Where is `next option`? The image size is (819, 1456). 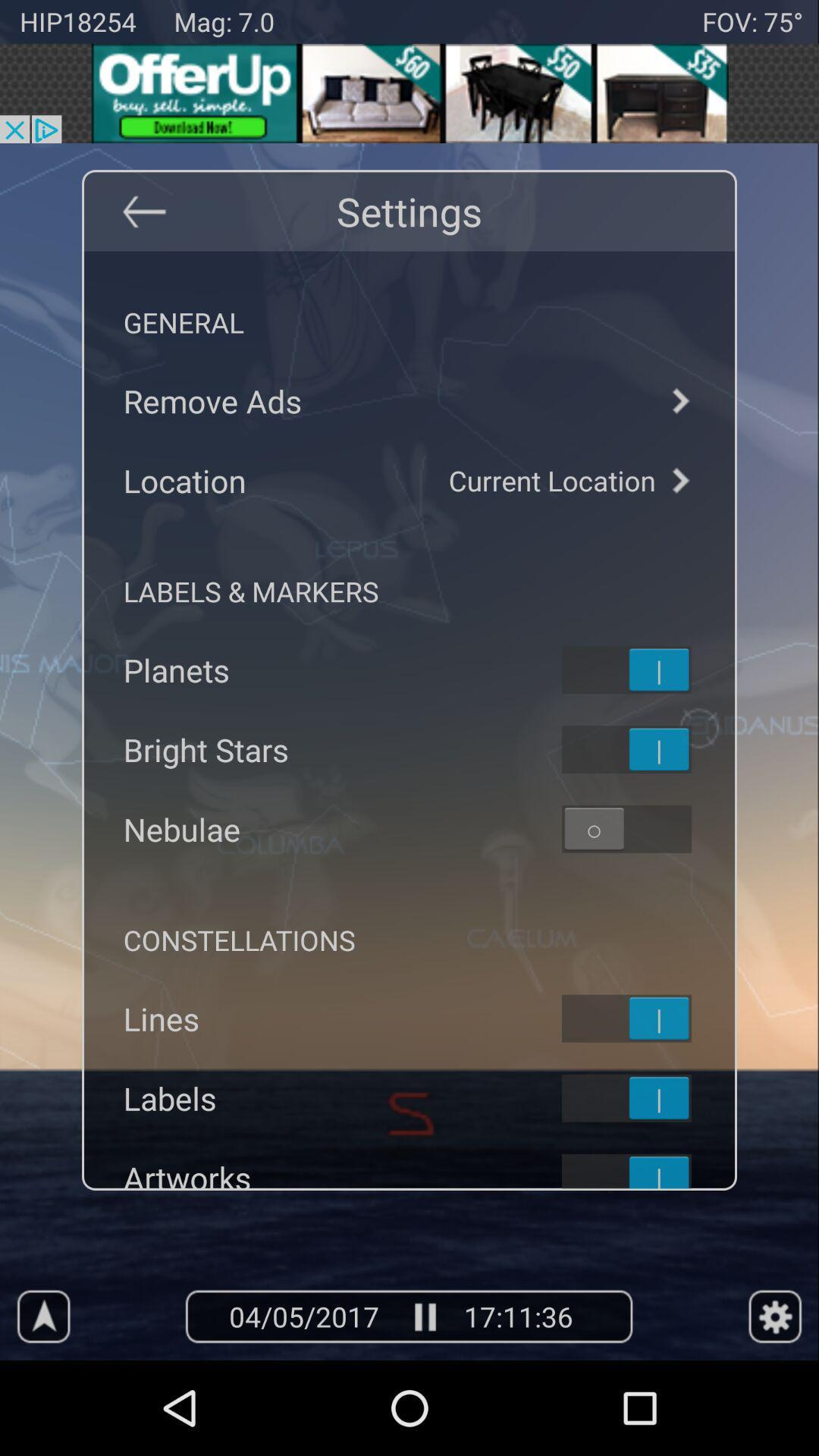 next option is located at coordinates (679, 479).